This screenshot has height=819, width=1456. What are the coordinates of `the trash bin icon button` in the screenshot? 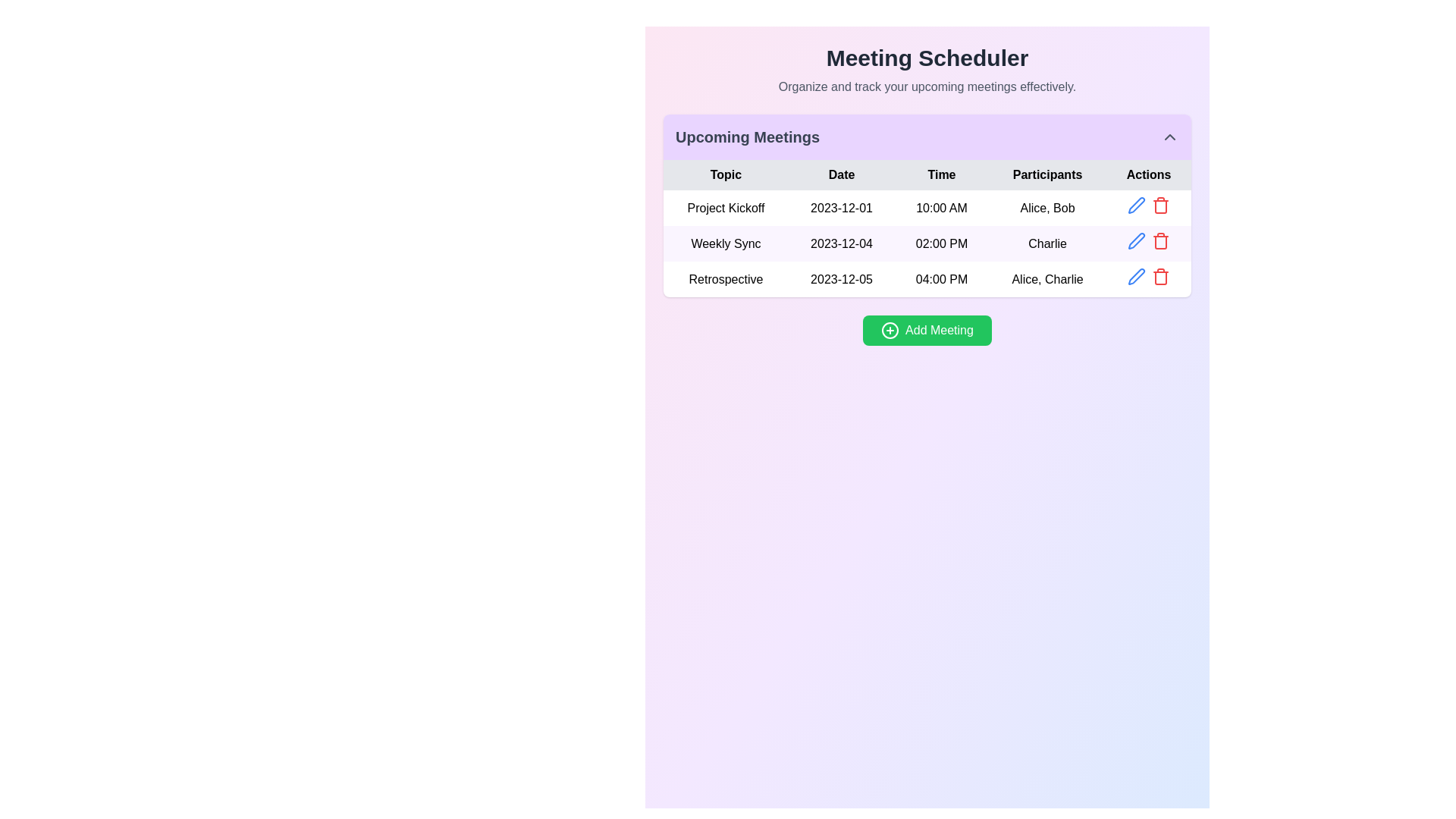 It's located at (1160, 240).